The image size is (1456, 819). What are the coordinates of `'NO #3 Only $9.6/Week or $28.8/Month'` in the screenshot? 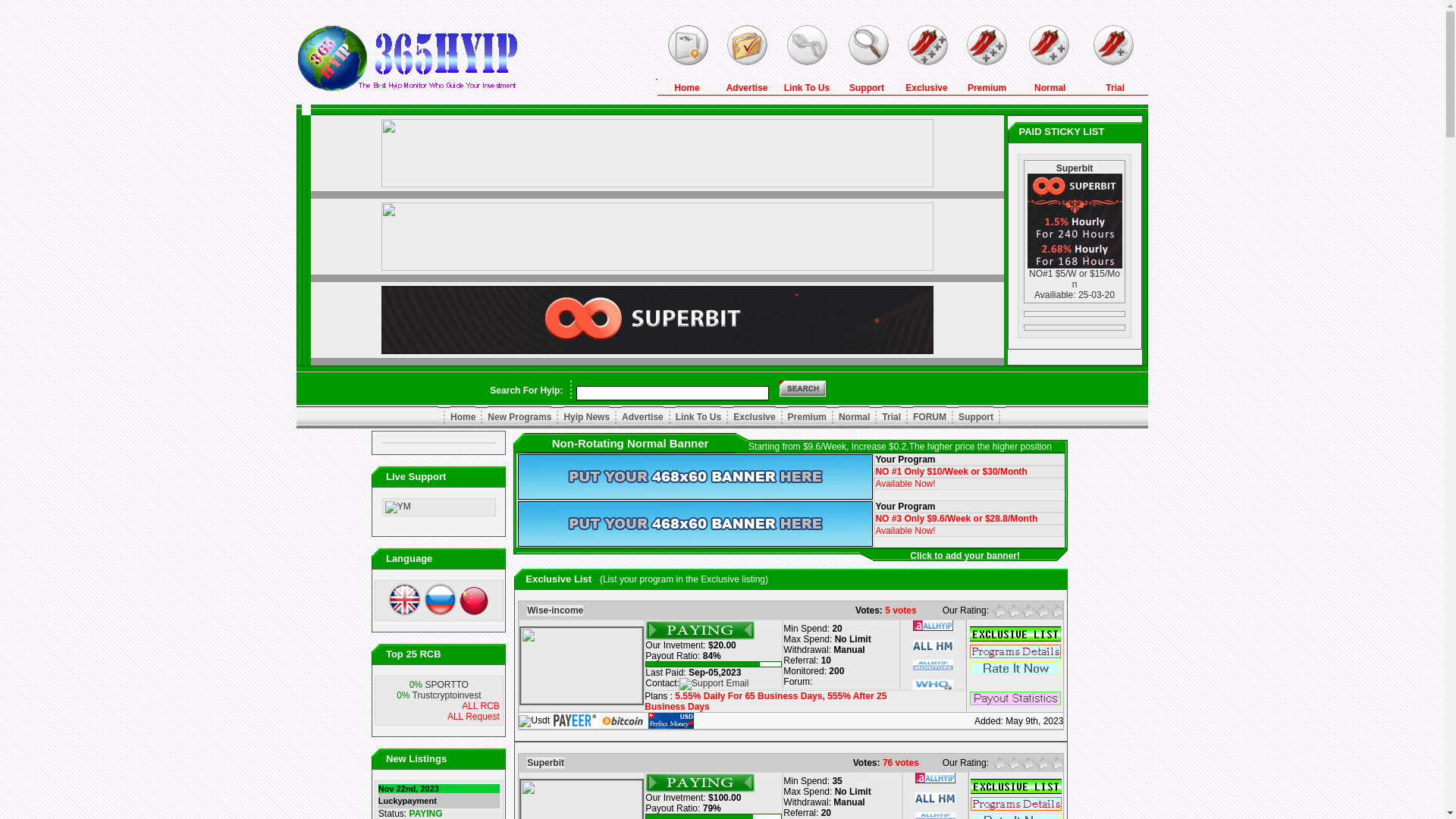 It's located at (955, 517).